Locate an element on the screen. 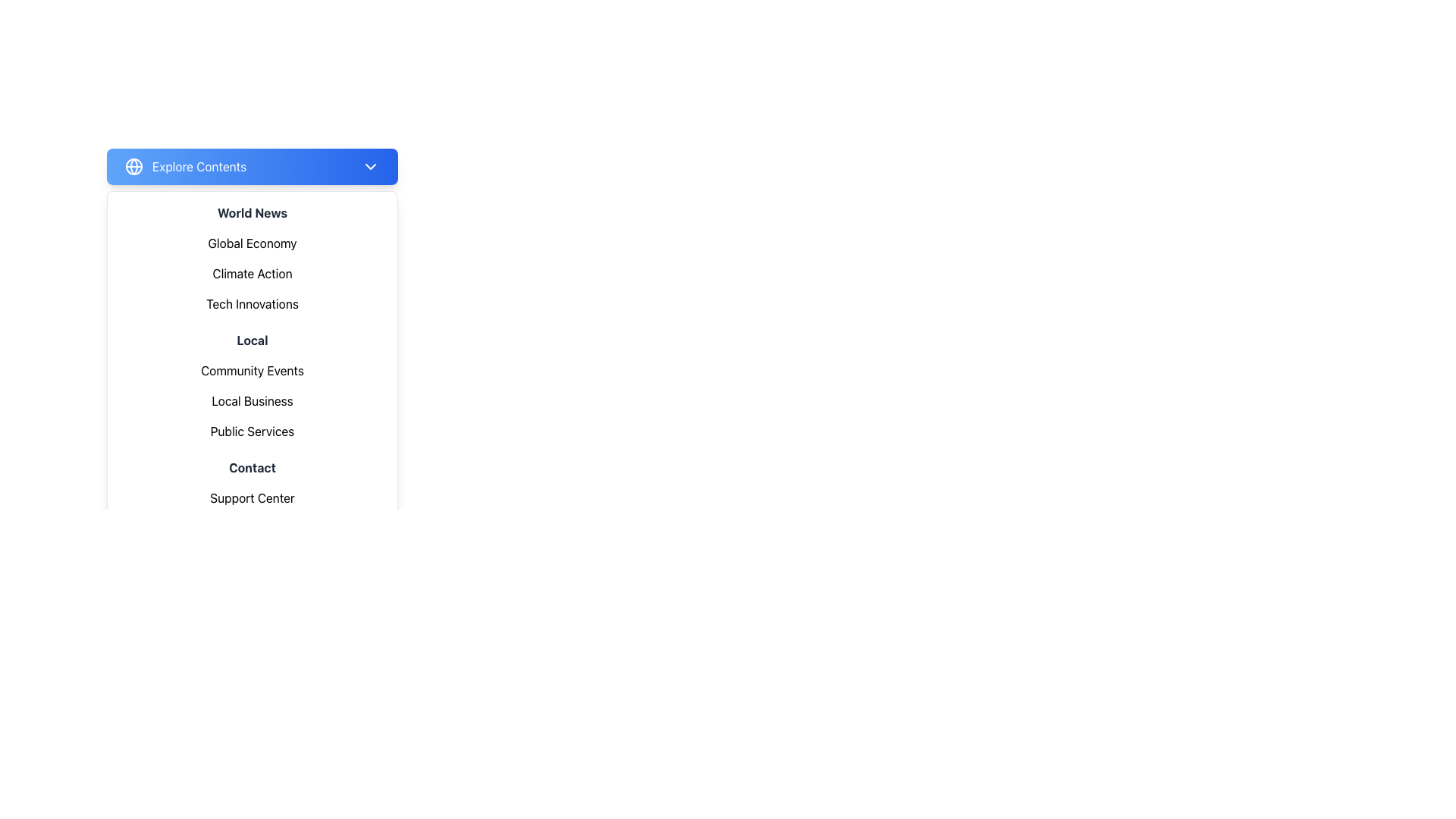 The width and height of the screenshot is (1456, 819). the 'Global Economy' menu item, which is the first option under the 'World News' section in the dropdown menu is located at coordinates (252, 242).